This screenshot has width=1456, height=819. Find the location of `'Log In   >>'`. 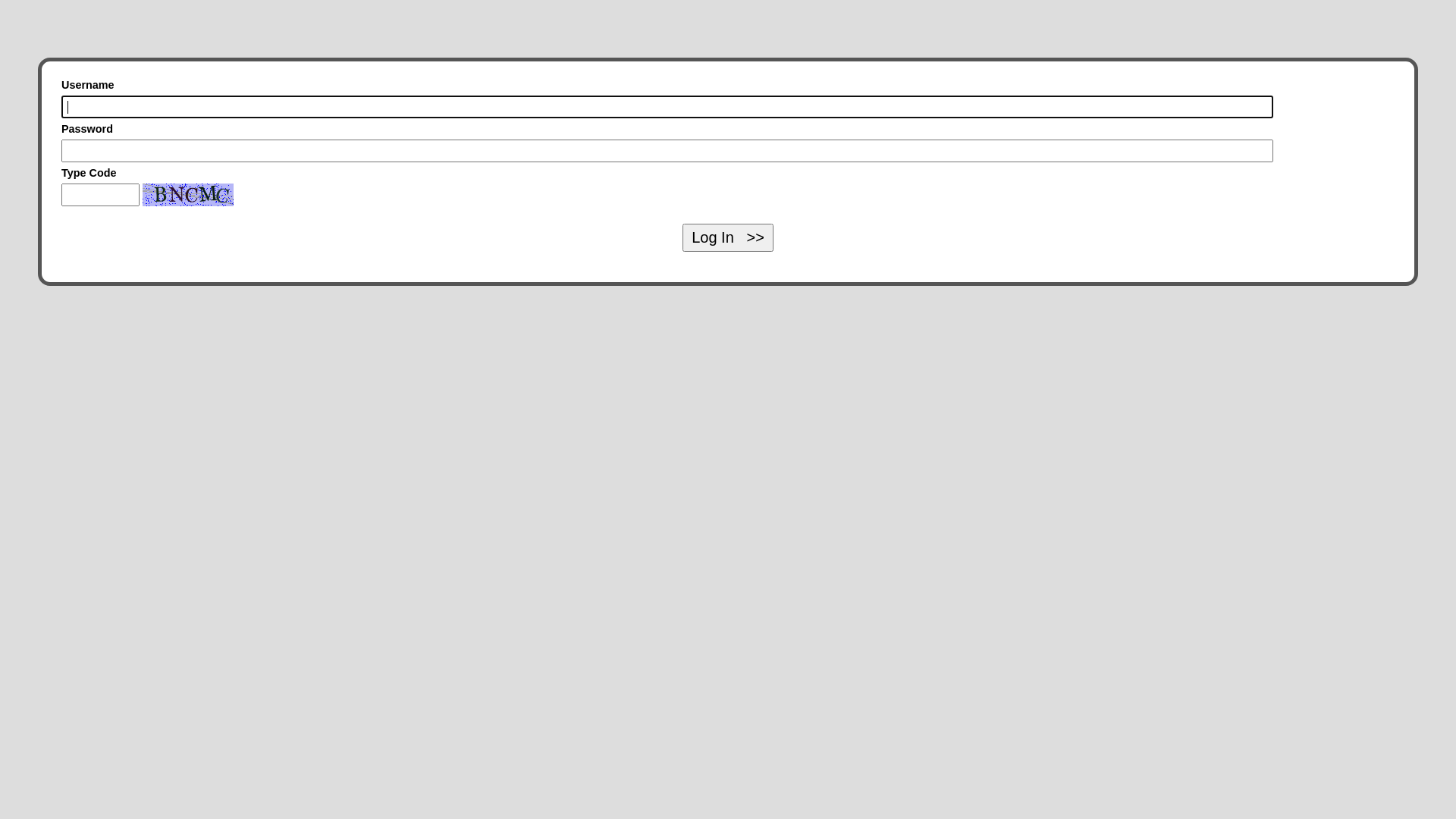

'Log In   >>' is located at coordinates (728, 237).